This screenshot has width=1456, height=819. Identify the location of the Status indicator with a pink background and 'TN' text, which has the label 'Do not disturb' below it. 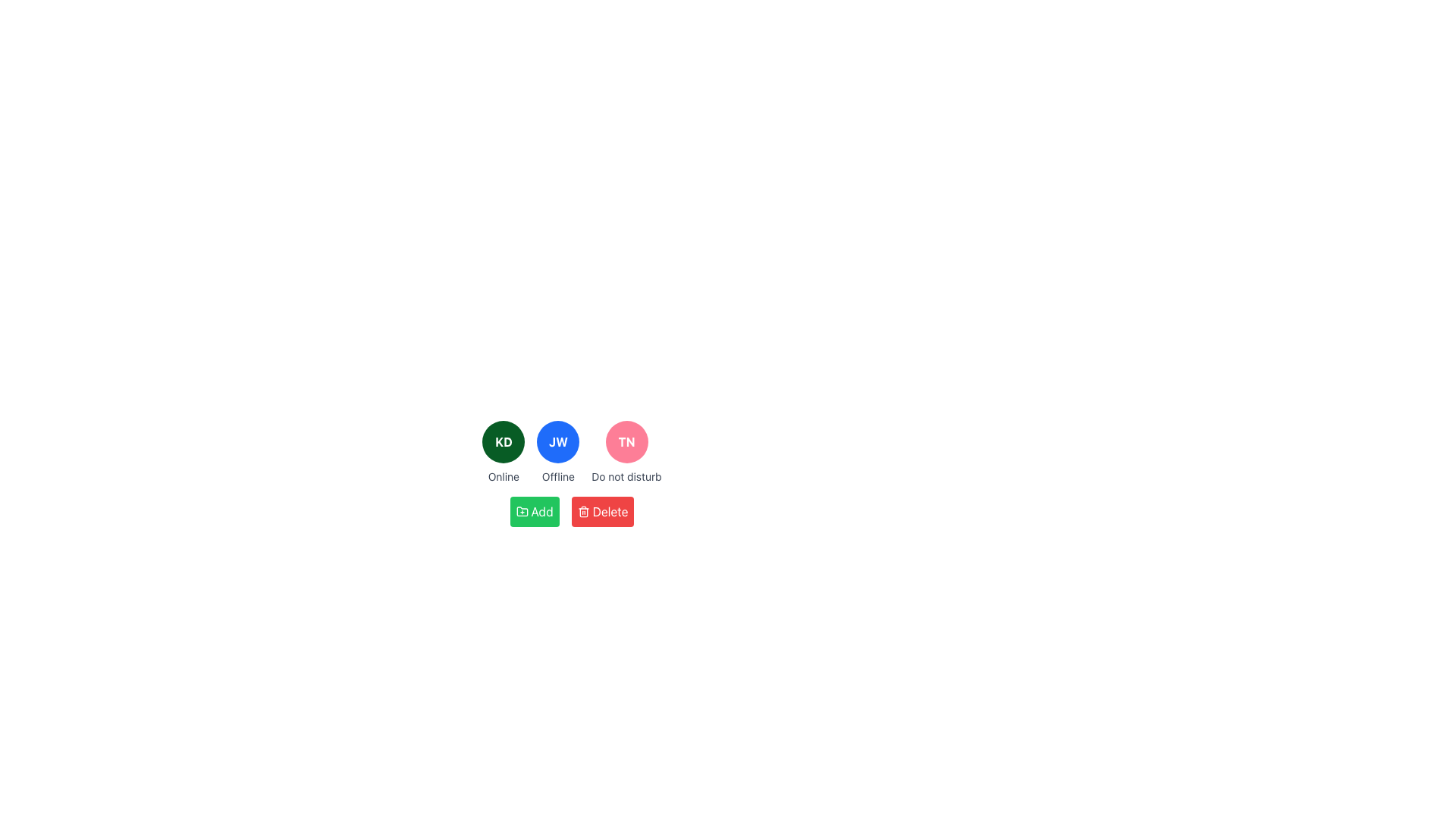
(626, 452).